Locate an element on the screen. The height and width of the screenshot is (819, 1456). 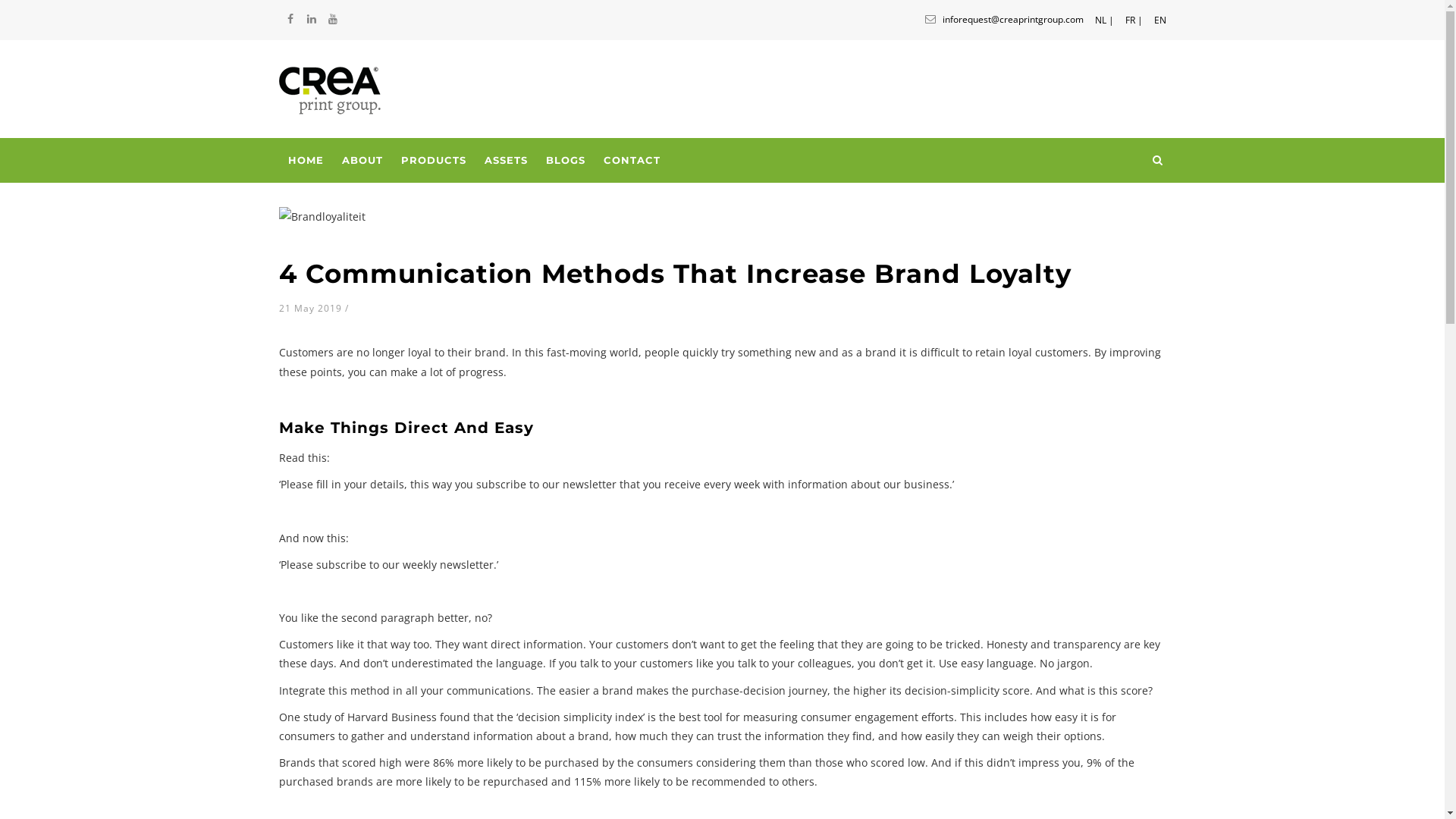
'CONTACT' is located at coordinates (603, 160).